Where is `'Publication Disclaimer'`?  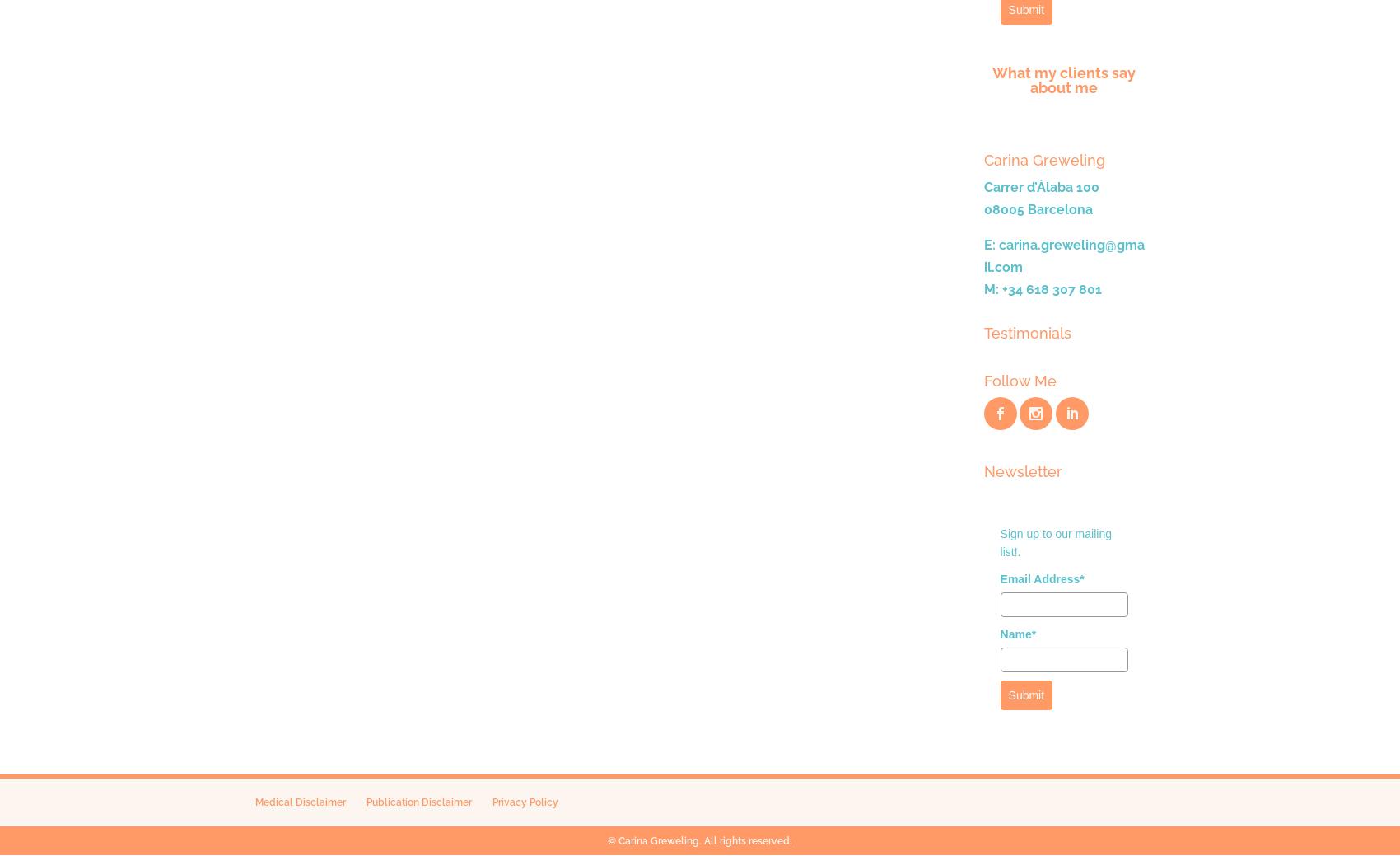 'Publication Disclaimer' is located at coordinates (418, 802).